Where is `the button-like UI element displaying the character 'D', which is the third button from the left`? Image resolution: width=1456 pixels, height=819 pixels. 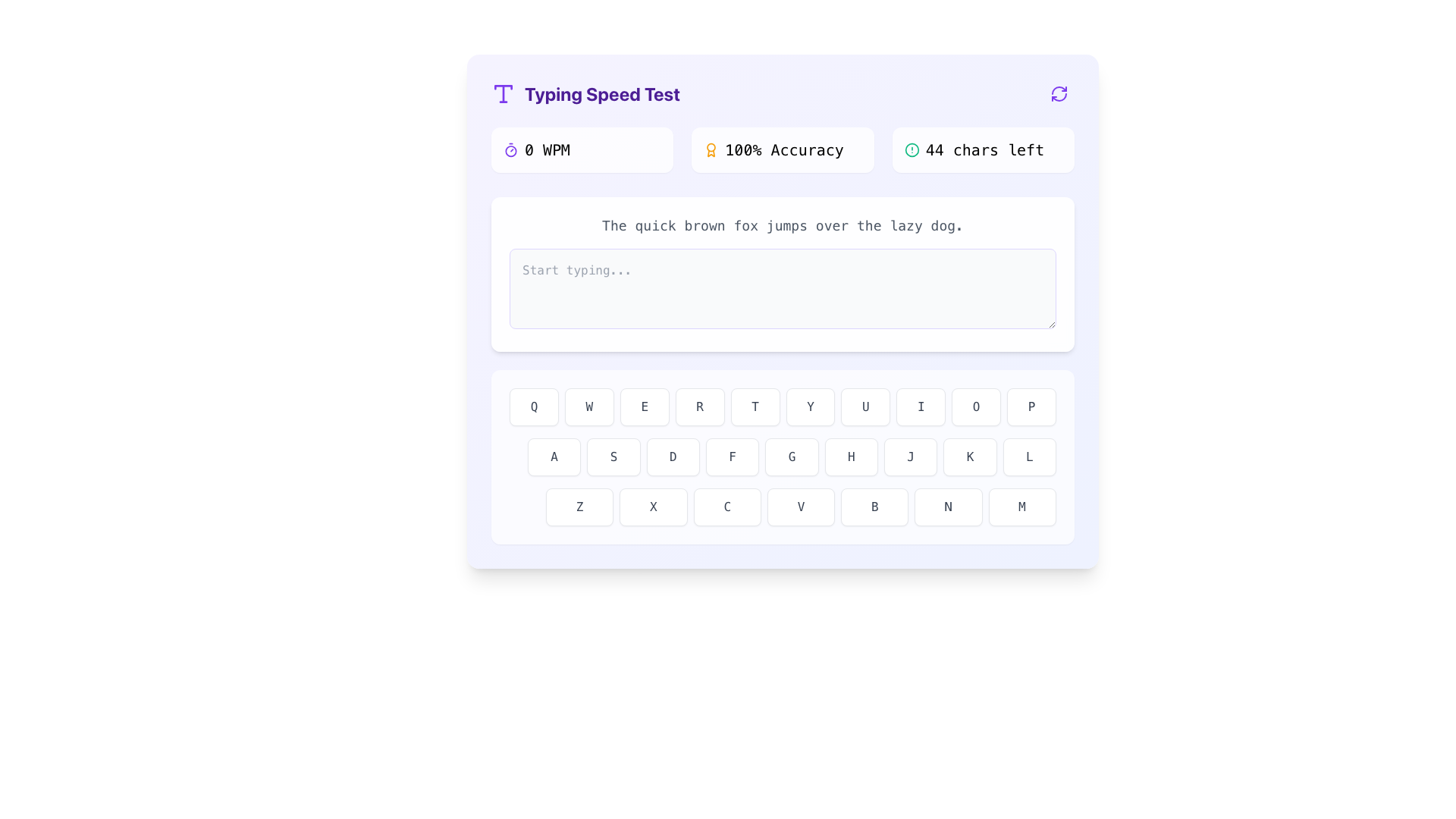
the button-like UI element displaying the character 'D', which is the third button from the left is located at coordinates (672, 456).